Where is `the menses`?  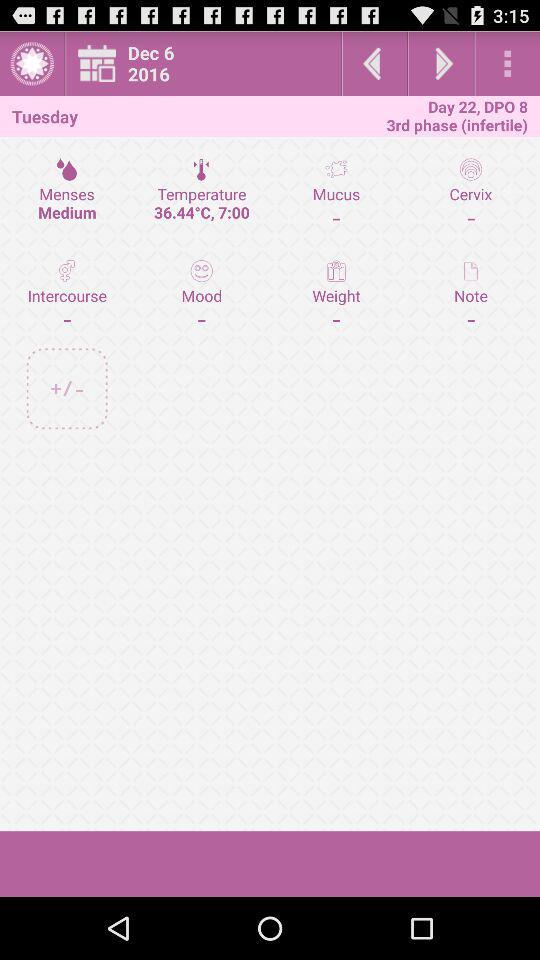
the menses is located at coordinates (67, 193).